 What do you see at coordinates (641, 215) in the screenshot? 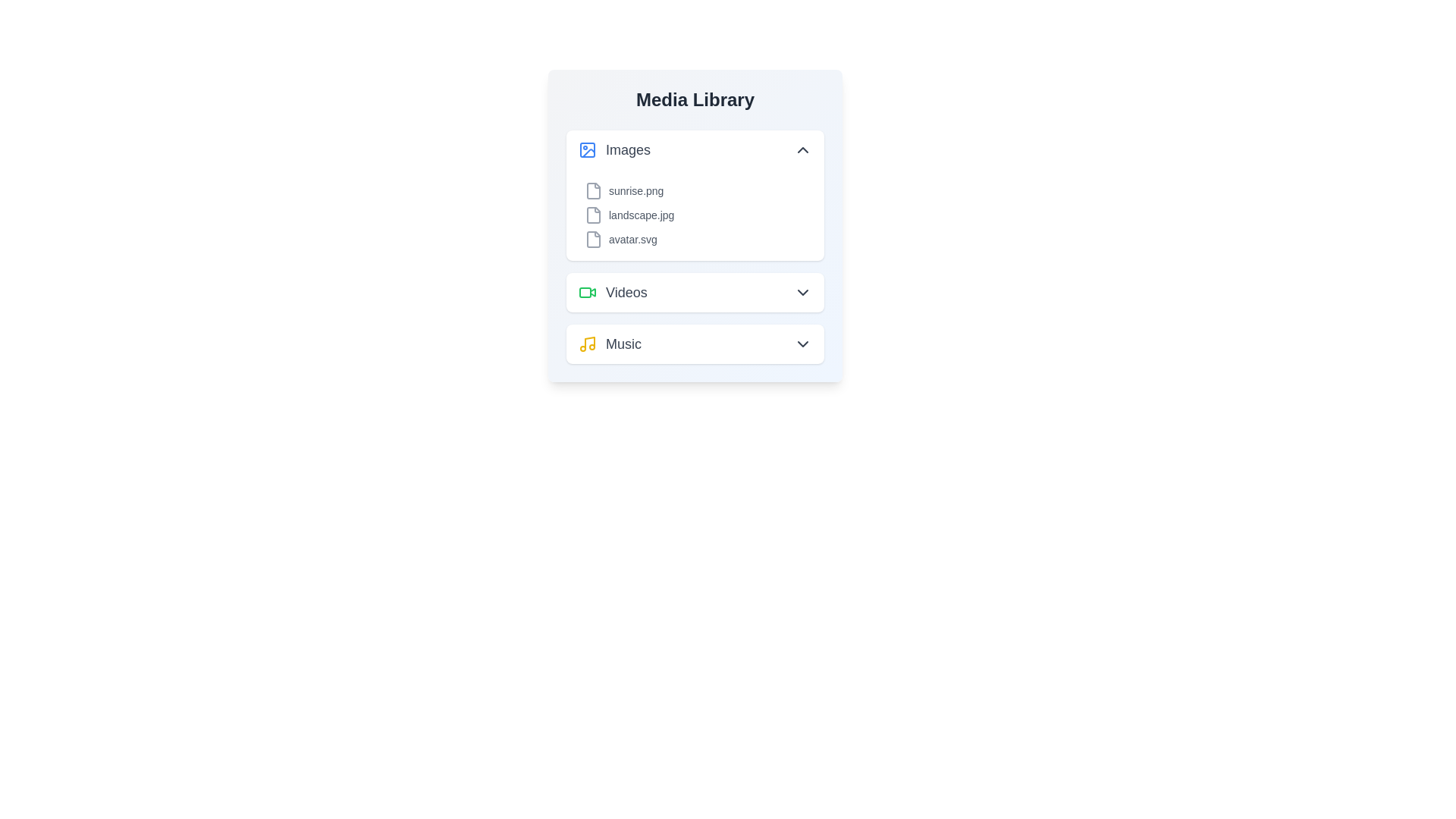
I see `the text label displaying the filename 'landscape.jpg'` at bounding box center [641, 215].